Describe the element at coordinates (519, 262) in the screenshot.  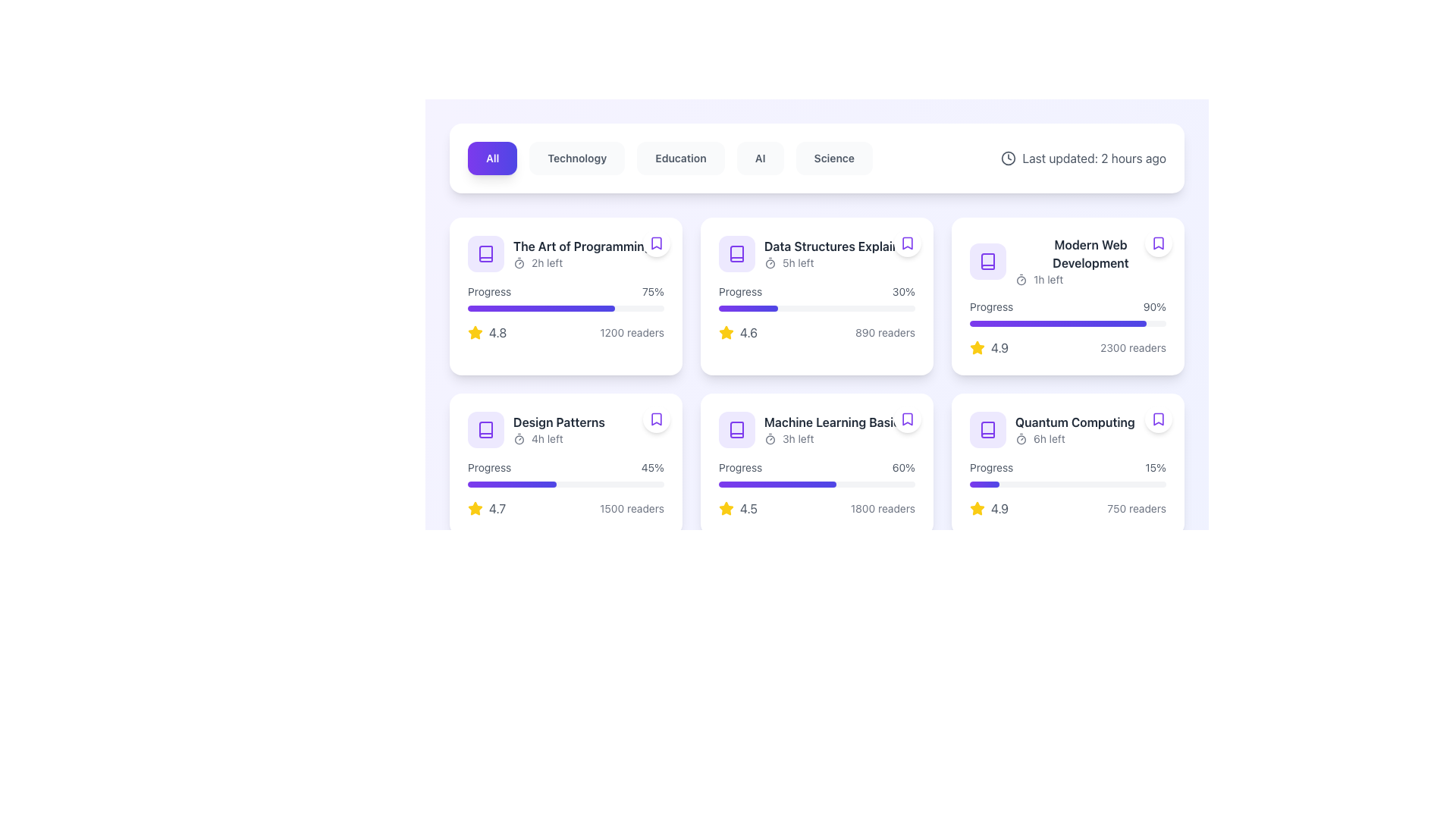
I see `the graphic/icon representing the time remaining, which is positioned to the left of the '2h left' label in the card for 'The Art of Programming'` at that location.